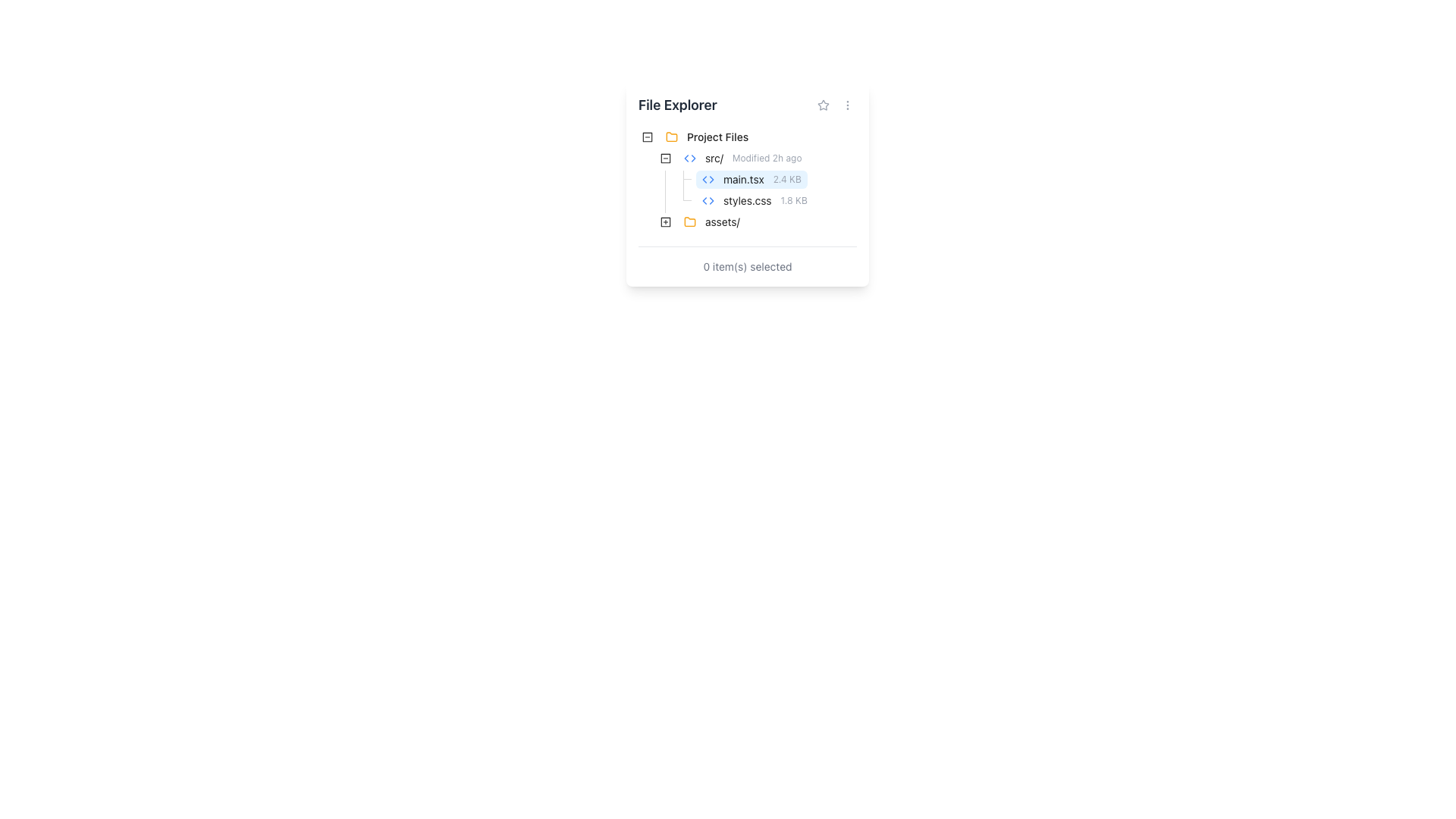 The image size is (1456, 819). What do you see at coordinates (648, 137) in the screenshot?
I see `the square icon representing the collapsed state of a user interface group` at bounding box center [648, 137].